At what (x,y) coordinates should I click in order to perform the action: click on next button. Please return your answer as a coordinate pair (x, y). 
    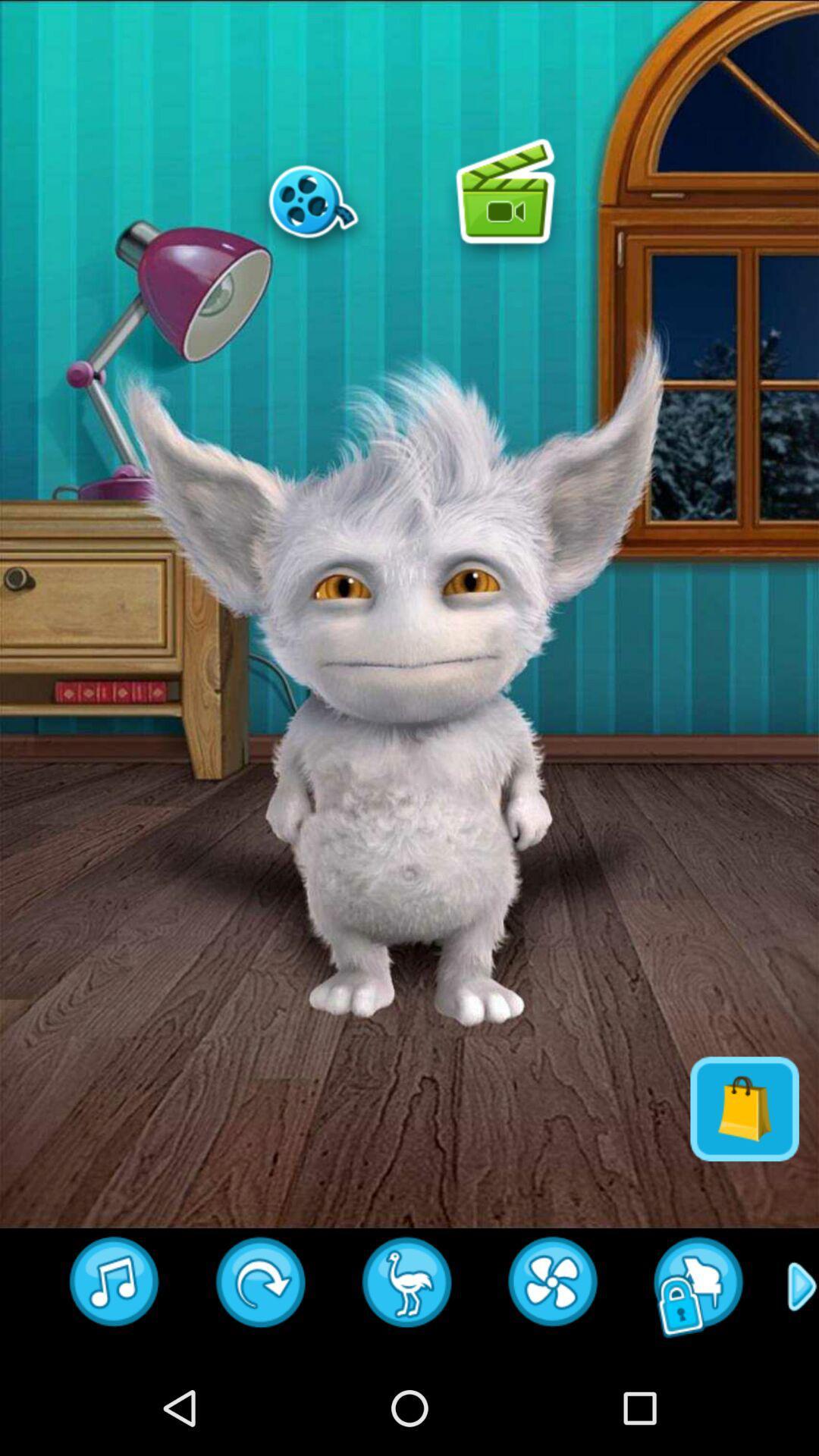
    Looking at the image, I should click on (260, 1286).